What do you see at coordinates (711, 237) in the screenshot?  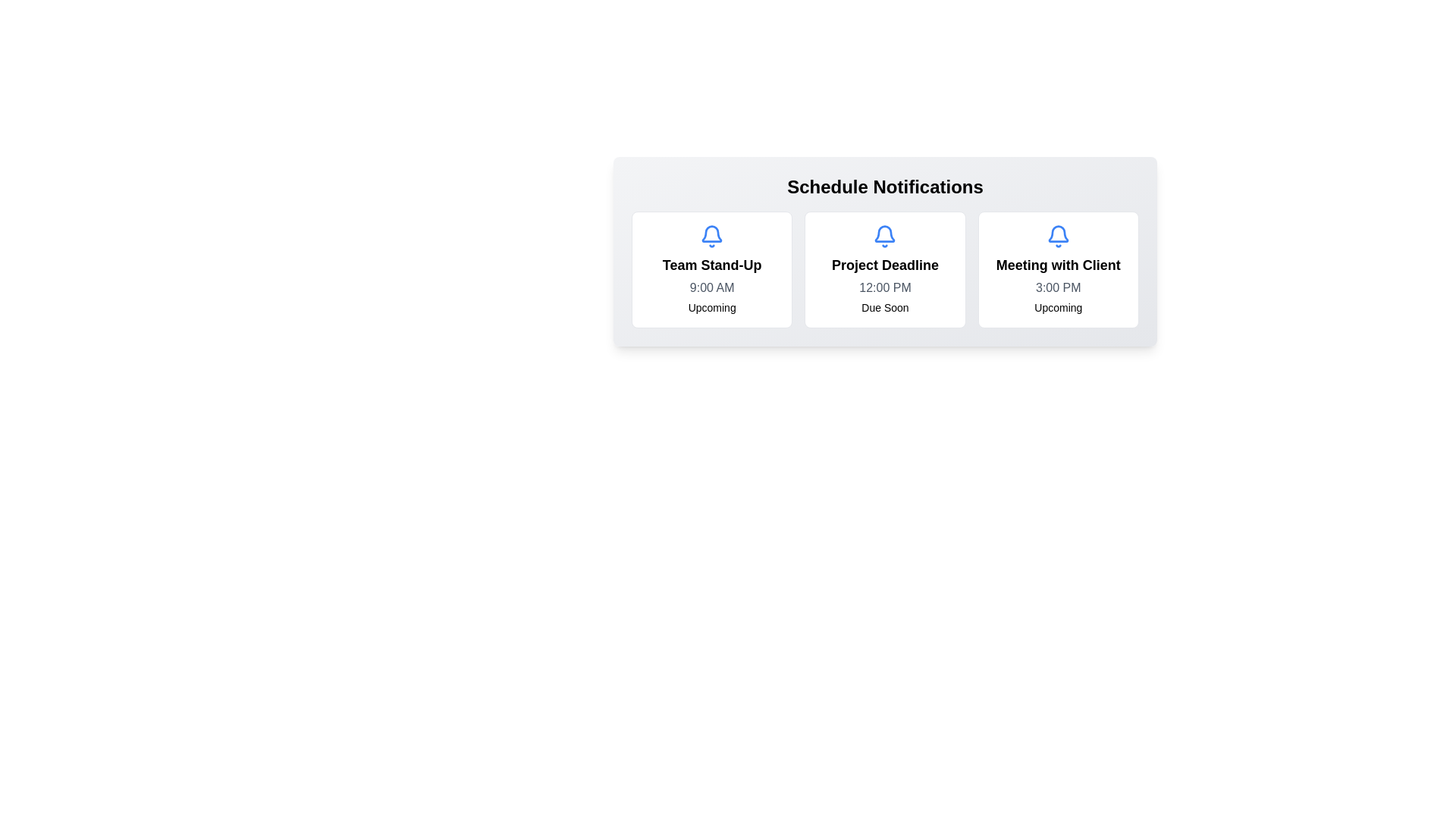 I see `the bell-shaped notification icon with a blue outline located at the top center of the 'Team Stand-Up' card in the 'Schedule Notifications' section` at bounding box center [711, 237].